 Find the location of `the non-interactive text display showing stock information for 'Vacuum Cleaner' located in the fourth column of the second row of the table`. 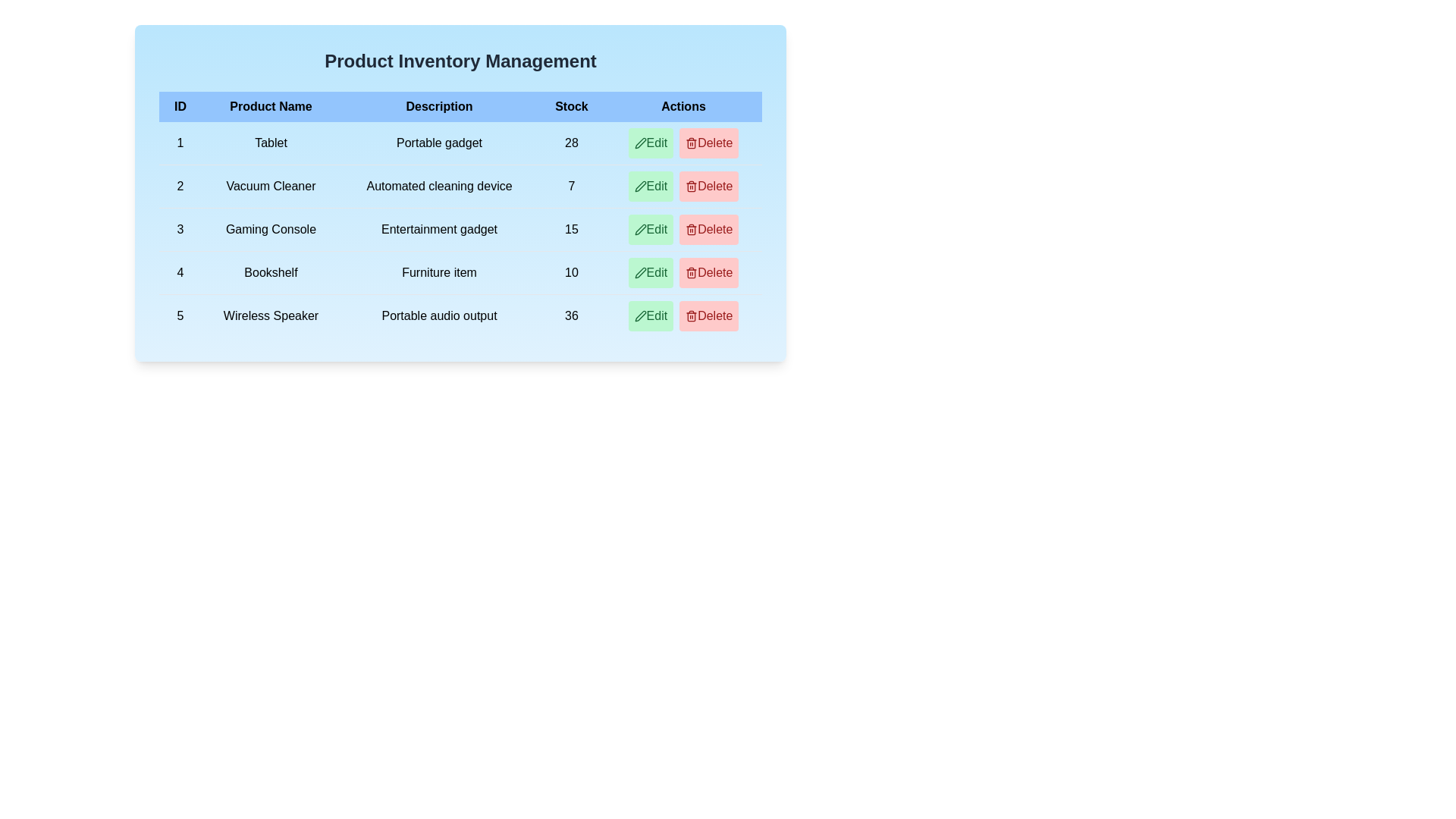

the non-interactive text display showing stock information for 'Vacuum Cleaner' located in the fourth column of the second row of the table is located at coordinates (570, 186).